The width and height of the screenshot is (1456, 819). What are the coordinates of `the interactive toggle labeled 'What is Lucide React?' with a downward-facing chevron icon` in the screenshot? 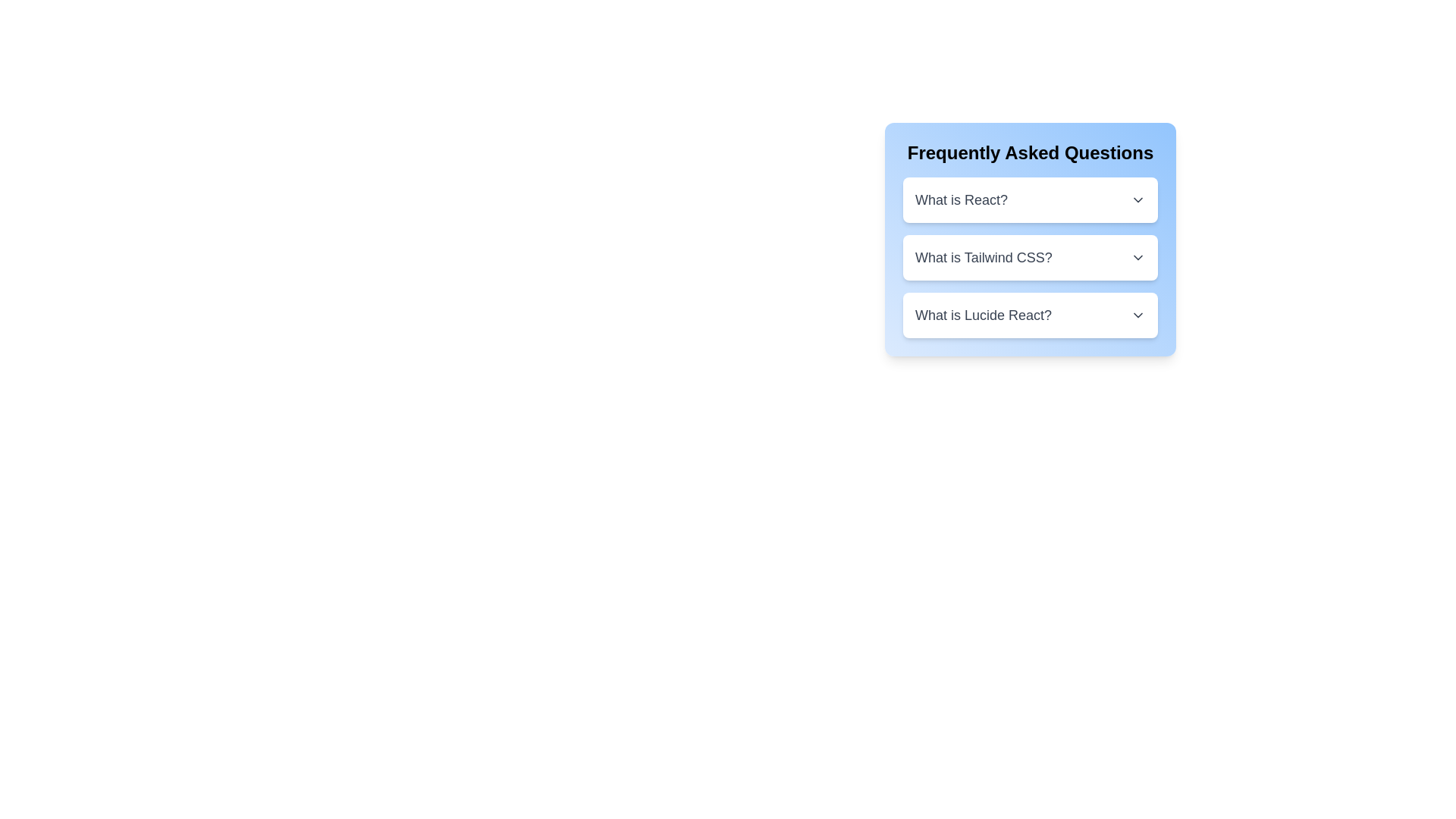 It's located at (1030, 315).